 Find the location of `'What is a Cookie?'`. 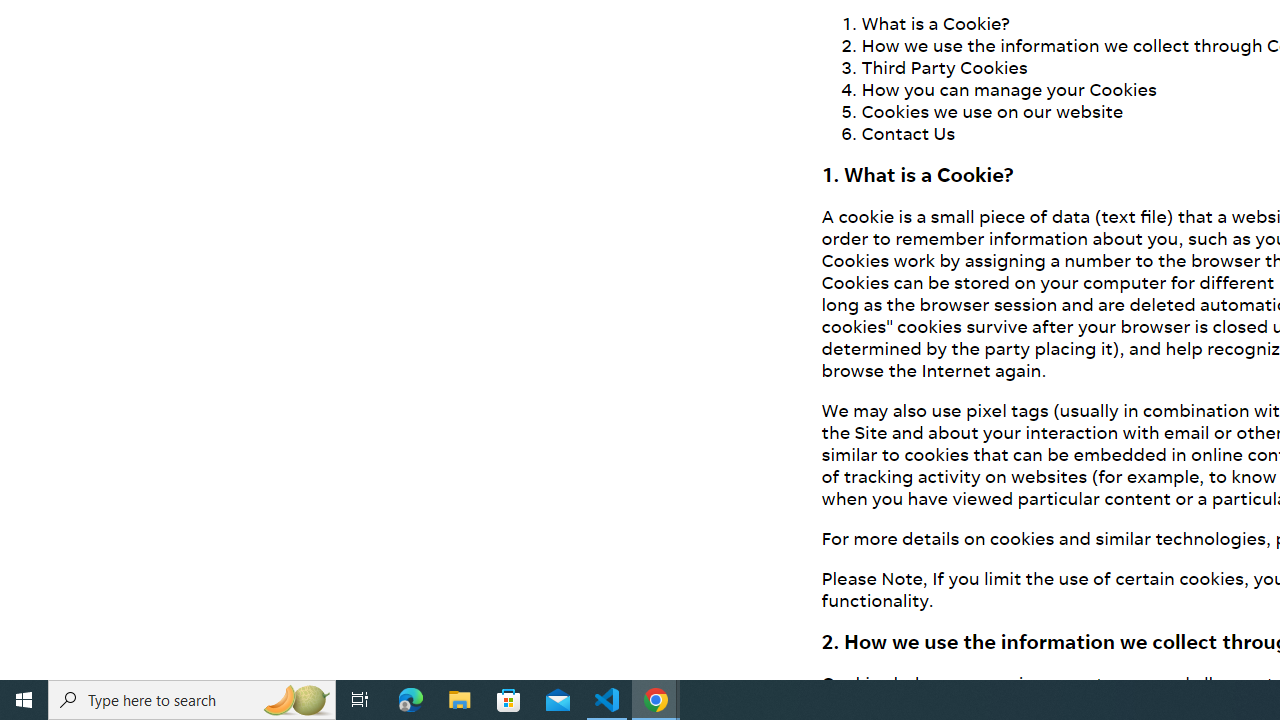

'What is a Cookie?' is located at coordinates (934, 23).